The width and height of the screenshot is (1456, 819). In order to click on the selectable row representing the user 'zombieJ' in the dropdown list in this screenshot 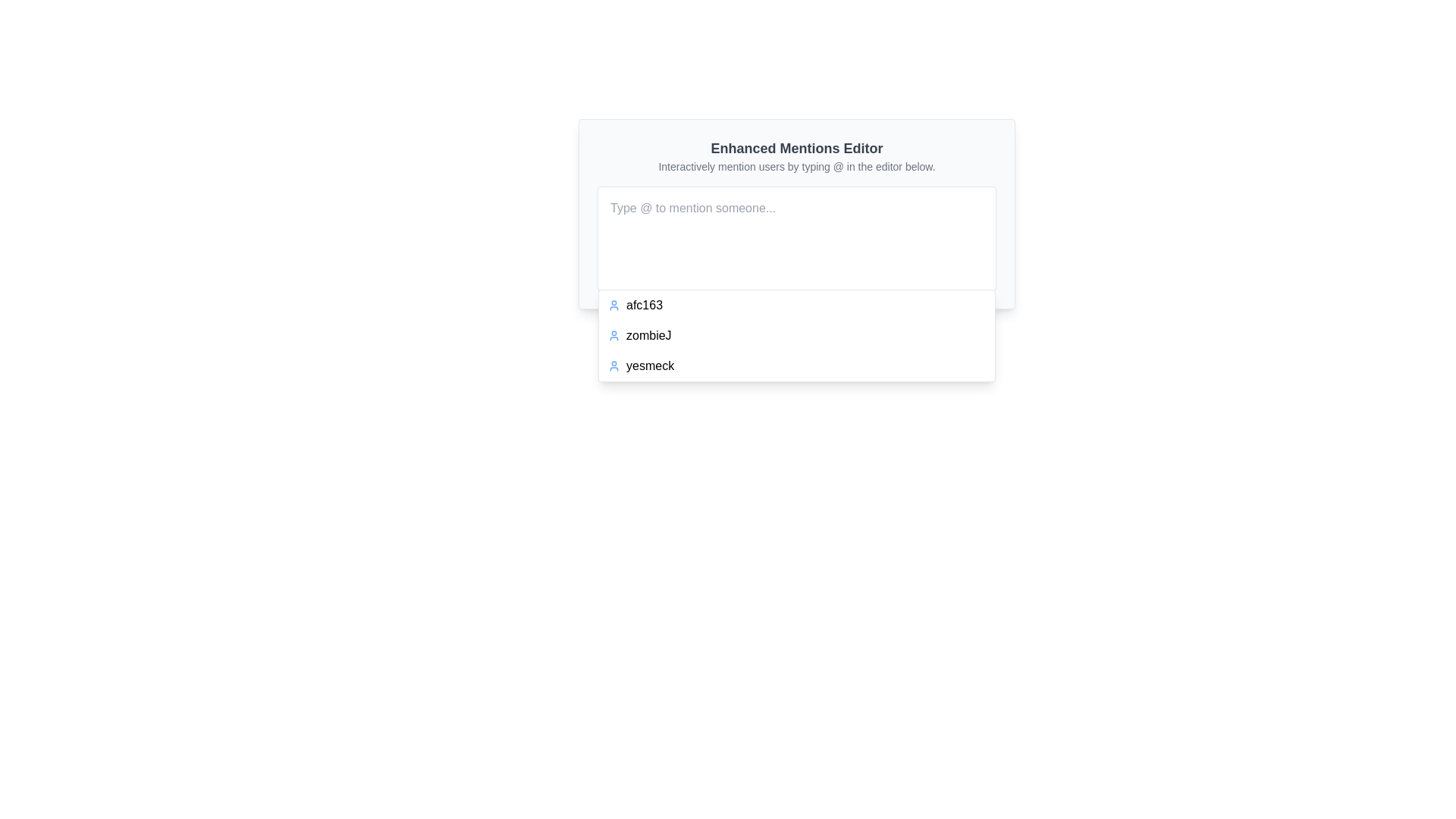, I will do `click(796, 335)`.